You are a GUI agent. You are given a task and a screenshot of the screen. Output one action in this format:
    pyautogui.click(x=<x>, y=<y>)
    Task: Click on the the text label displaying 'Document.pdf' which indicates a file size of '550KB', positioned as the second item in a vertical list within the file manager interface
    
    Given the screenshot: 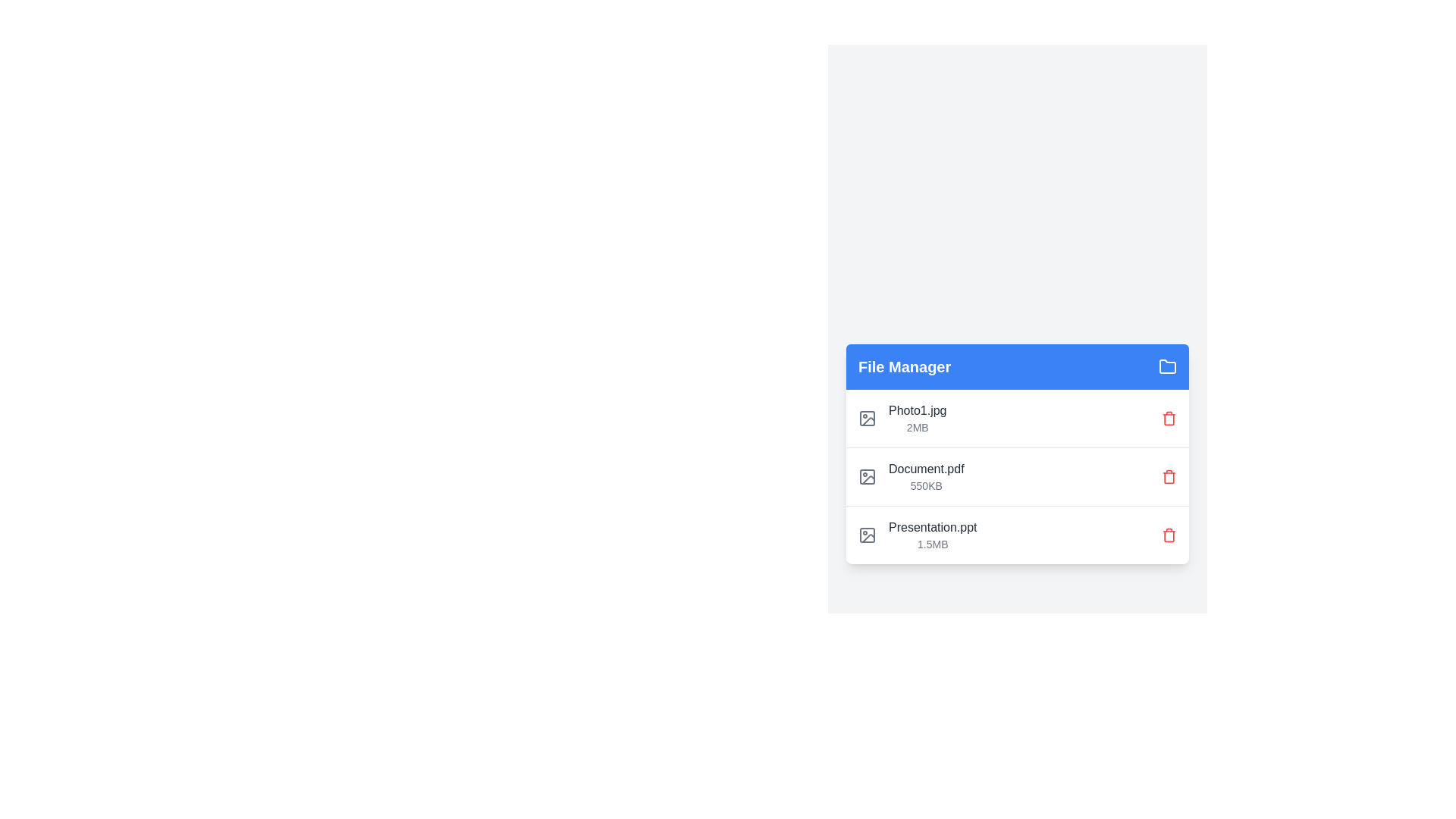 What is the action you would take?
    pyautogui.click(x=925, y=475)
    